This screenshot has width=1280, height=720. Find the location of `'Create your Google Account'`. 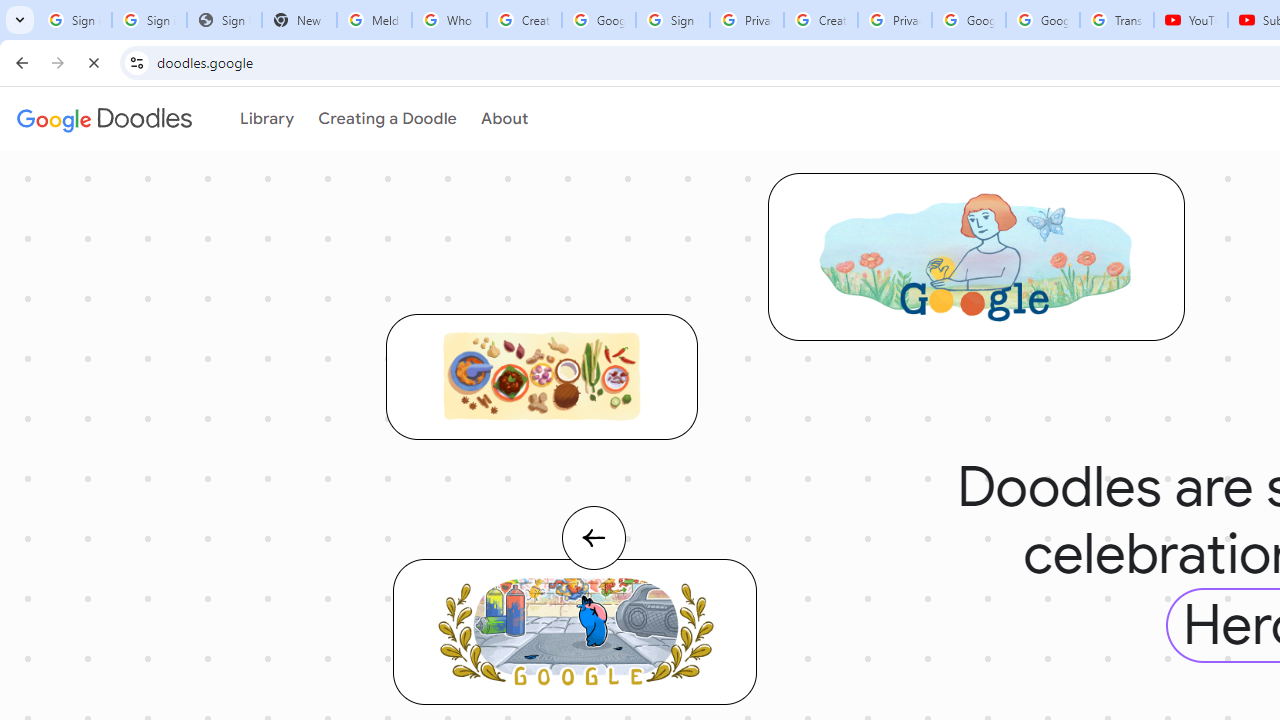

'Create your Google Account' is located at coordinates (820, 20).